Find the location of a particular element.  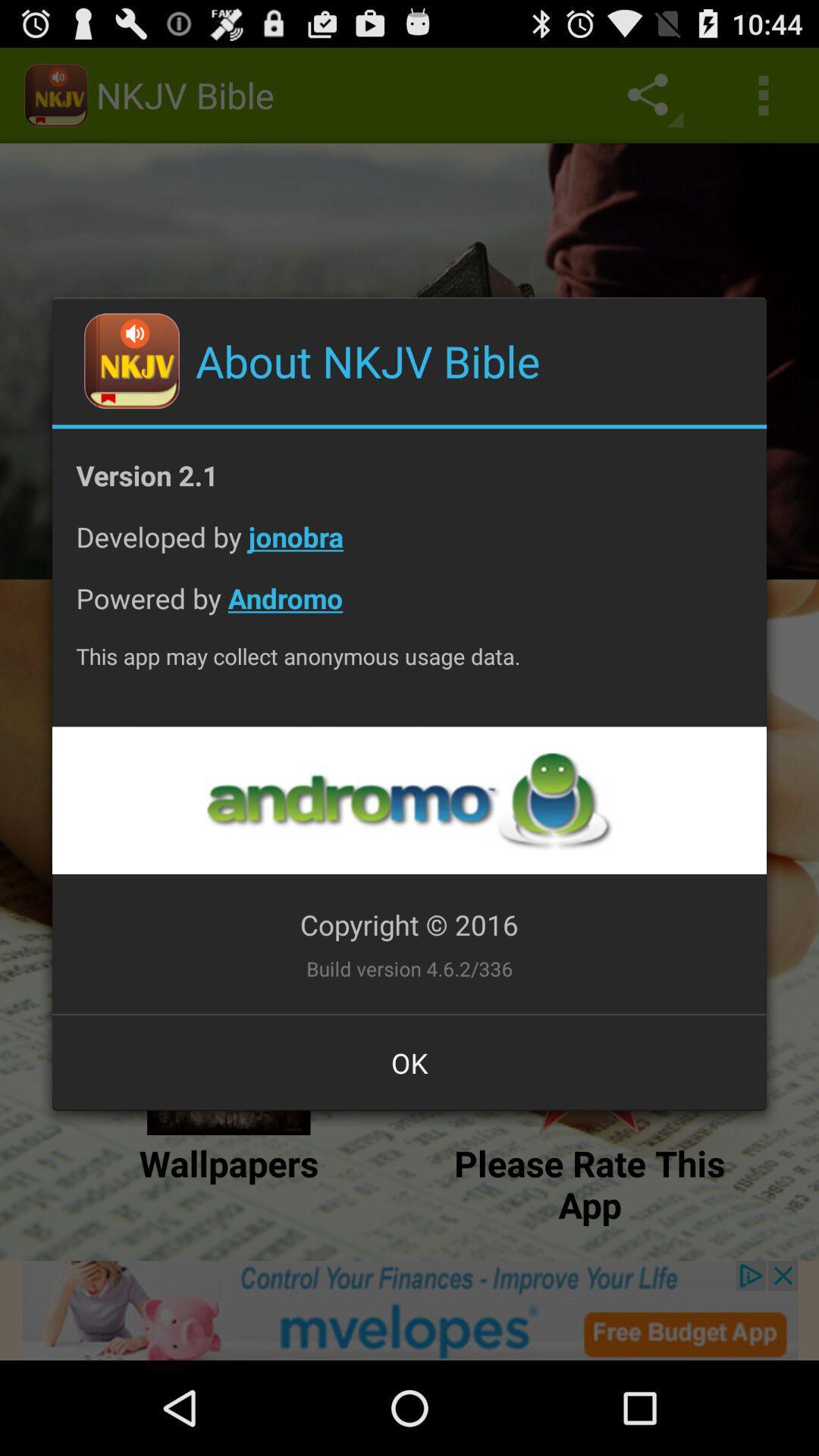

opens a link to the developer is located at coordinates (408, 799).